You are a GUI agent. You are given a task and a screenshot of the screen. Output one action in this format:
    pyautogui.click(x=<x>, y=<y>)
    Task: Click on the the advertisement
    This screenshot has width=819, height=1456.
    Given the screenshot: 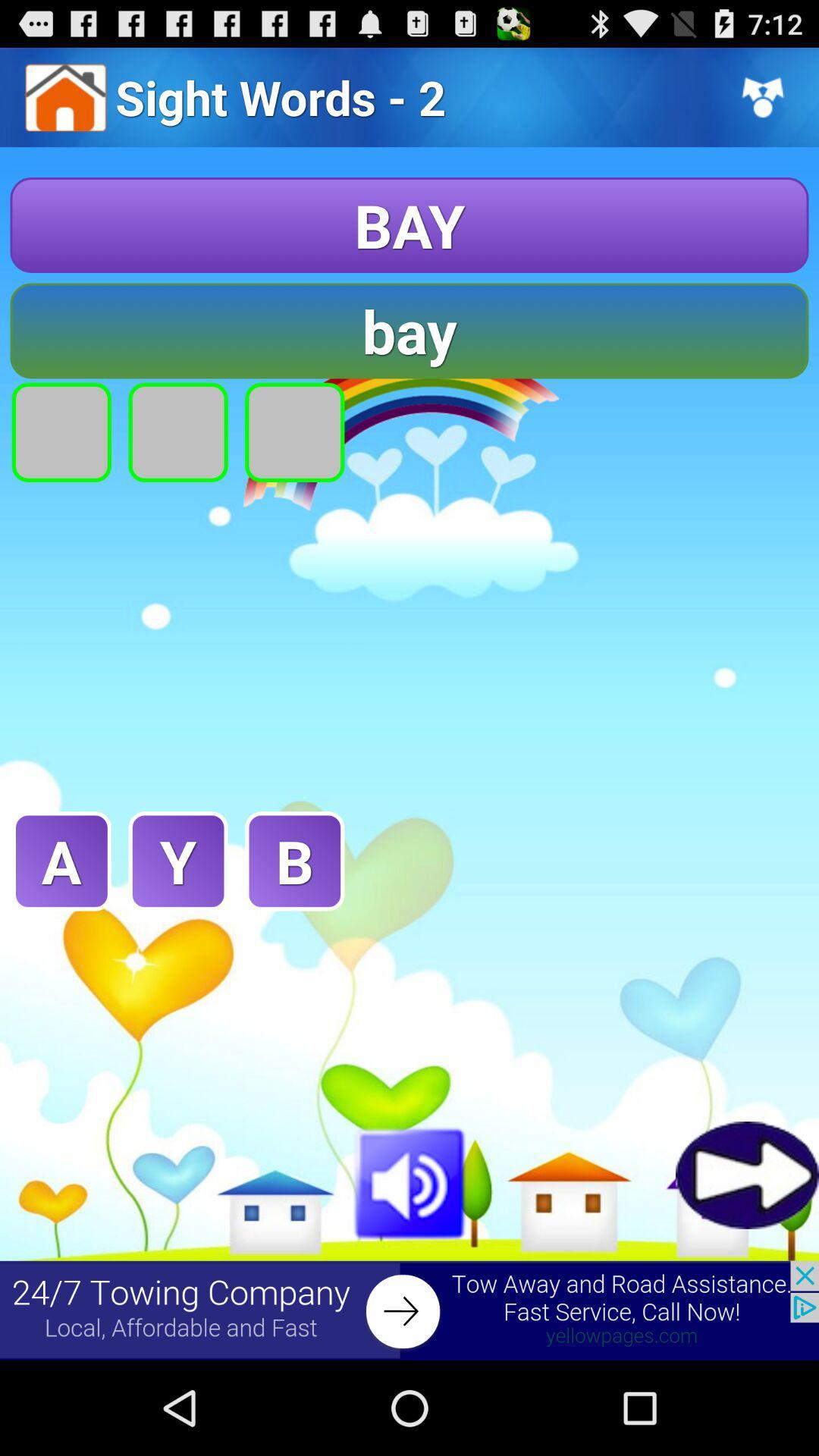 What is the action you would take?
    pyautogui.click(x=409, y=1310)
    